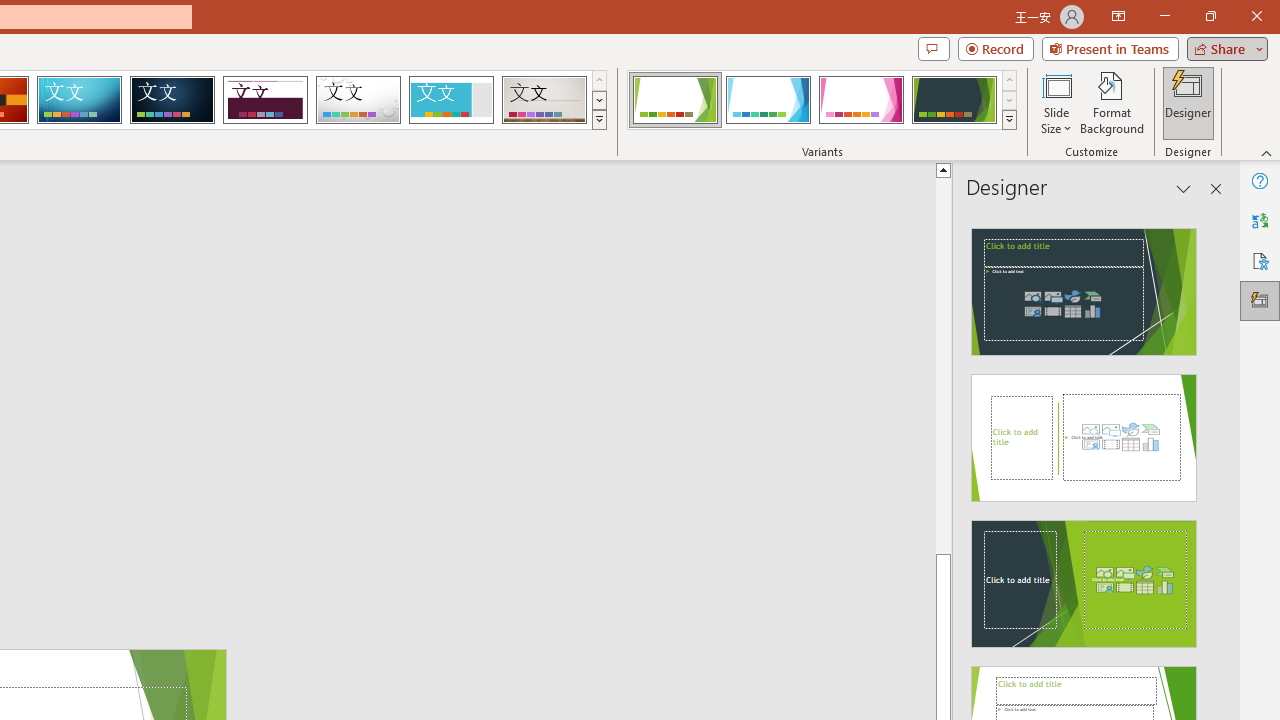  Describe the element at coordinates (450, 100) in the screenshot. I see `'Frame'` at that location.